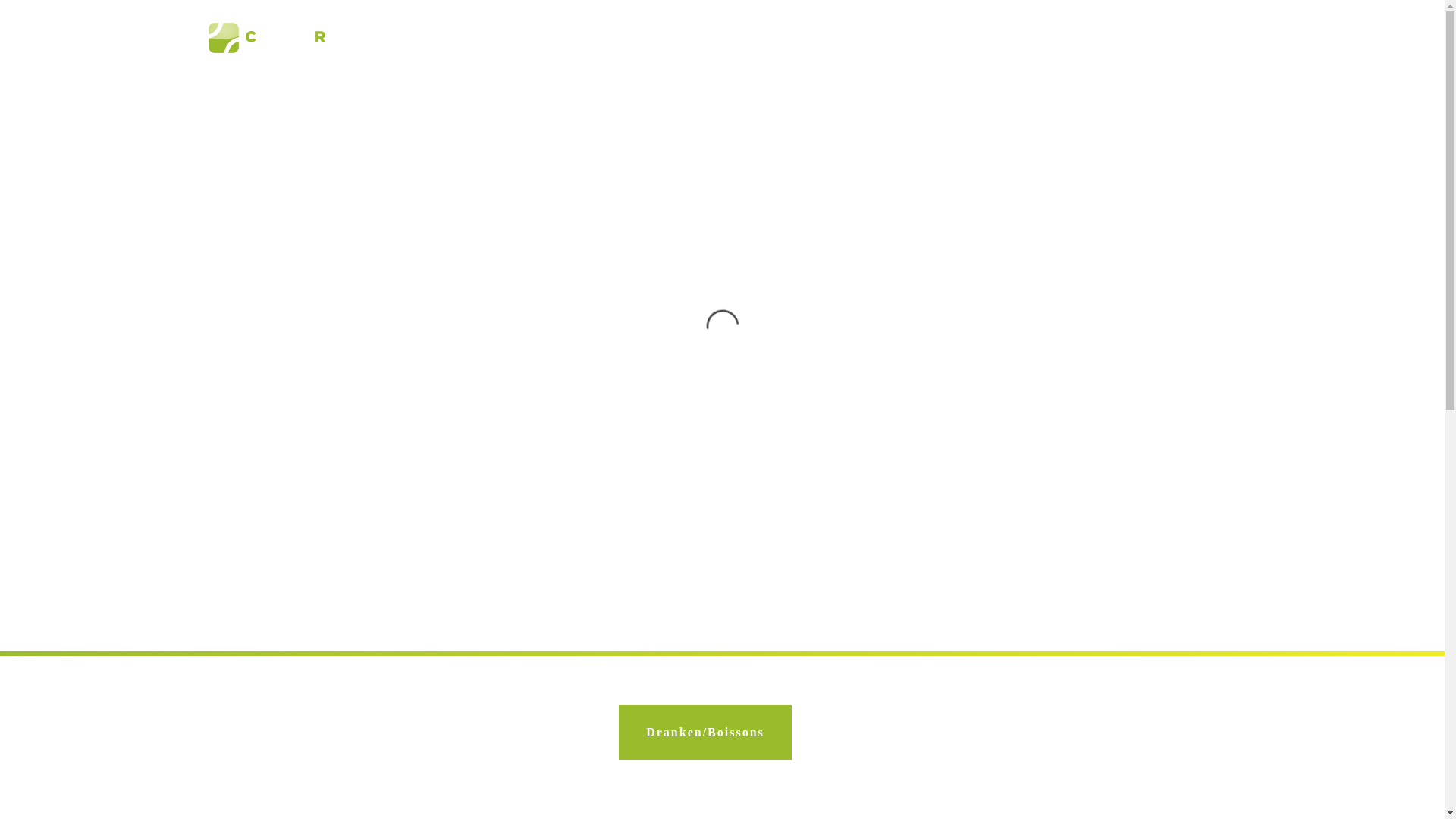  Describe the element at coordinates (290, 37) in the screenshot. I see `'Tennis, Padel'` at that location.